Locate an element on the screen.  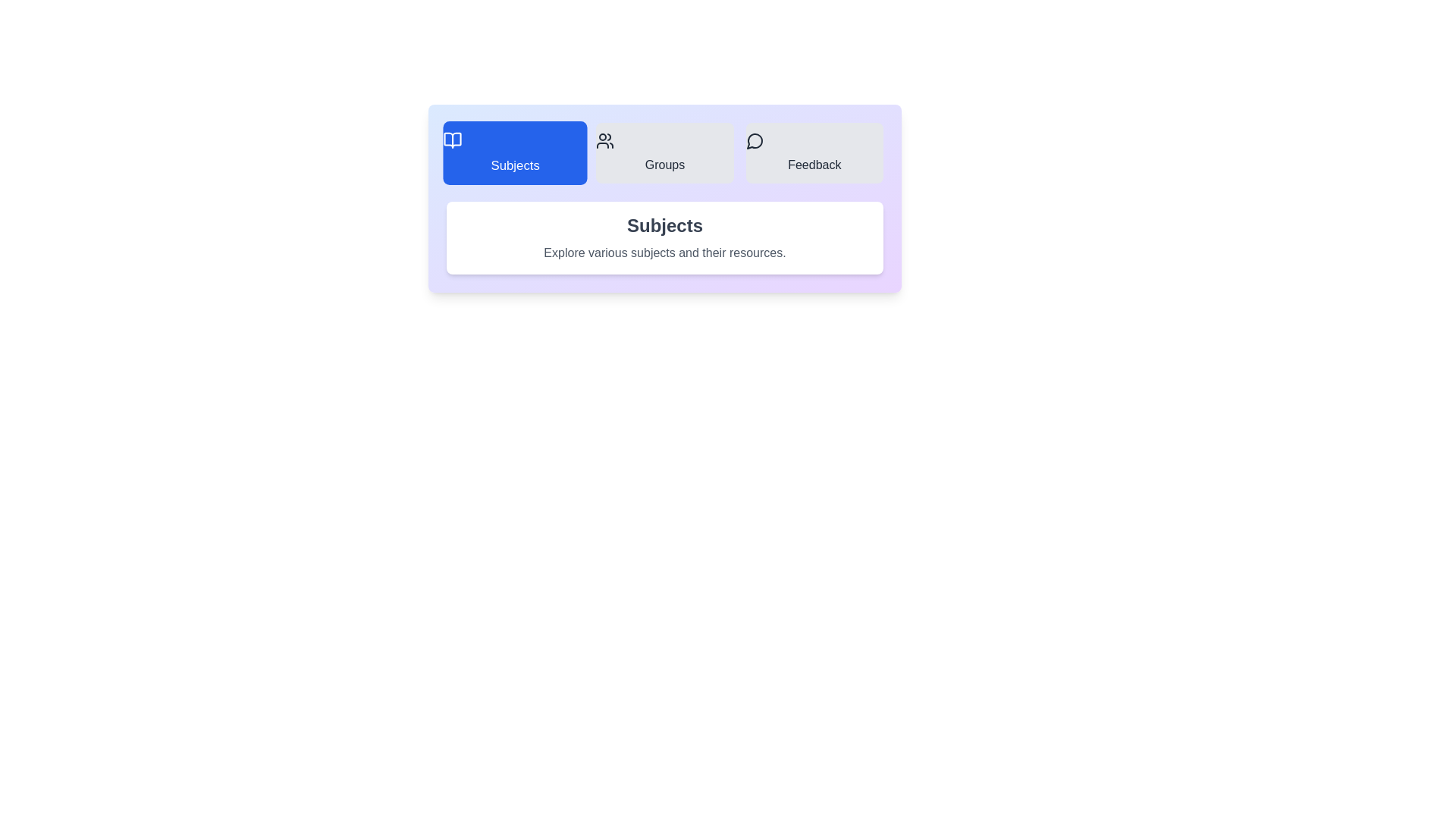
the tab labeled 'Groups' to switch to it is located at coordinates (665, 152).